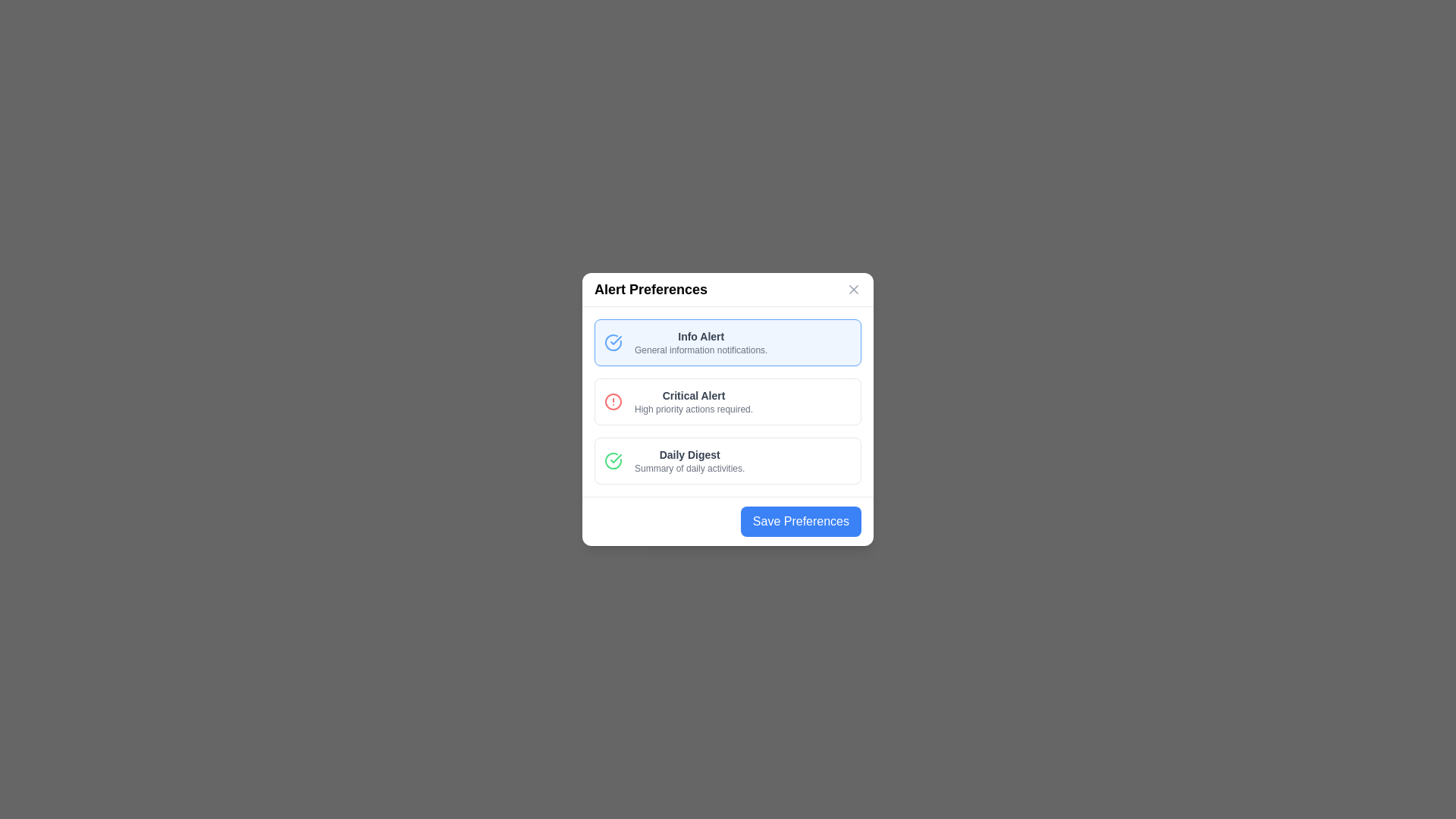 This screenshot has height=819, width=1456. Describe the element at coordinates (728, 342) in the screenshot. I see `the alert option Info Alert from the list` at that location.